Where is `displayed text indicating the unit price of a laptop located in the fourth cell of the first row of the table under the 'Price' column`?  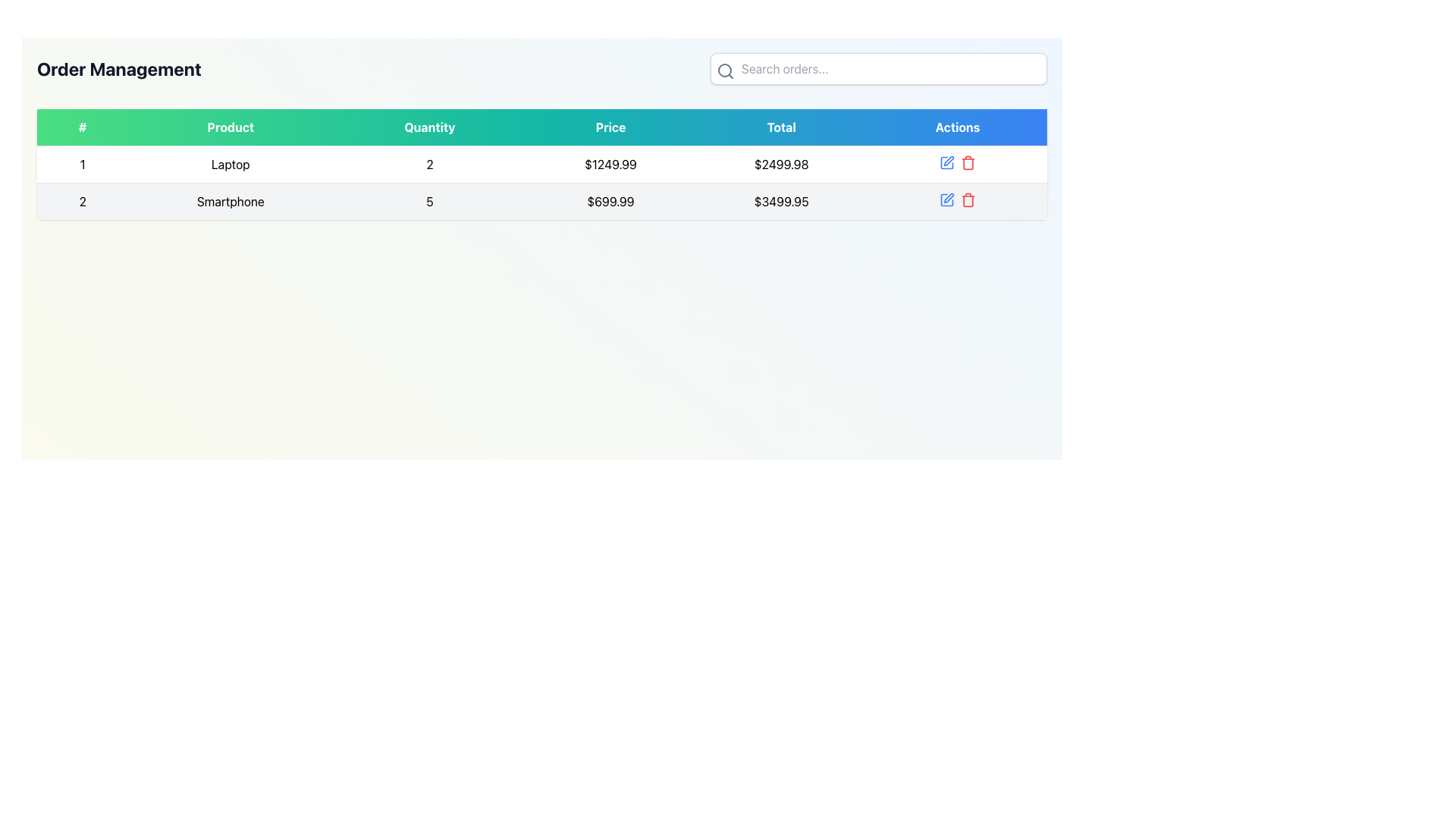
displayed text indicating the unit price of a laptop located in the fourth cell of the first row of the table under the 'Price' column is located at coordinates (610, 164).